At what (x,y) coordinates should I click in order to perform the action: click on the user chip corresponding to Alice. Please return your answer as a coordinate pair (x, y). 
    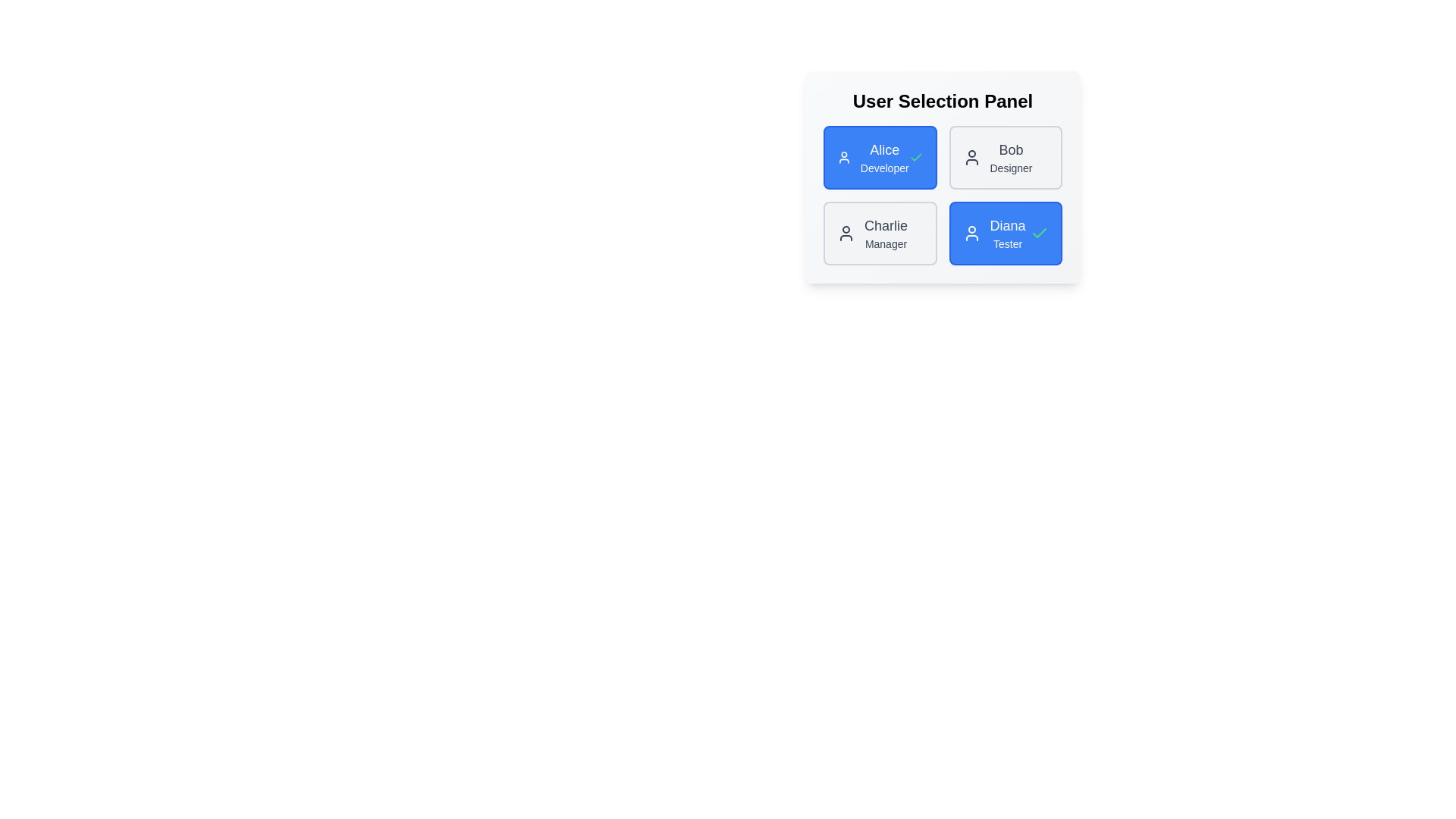
    Looking at the image, I should click on (880, 158).